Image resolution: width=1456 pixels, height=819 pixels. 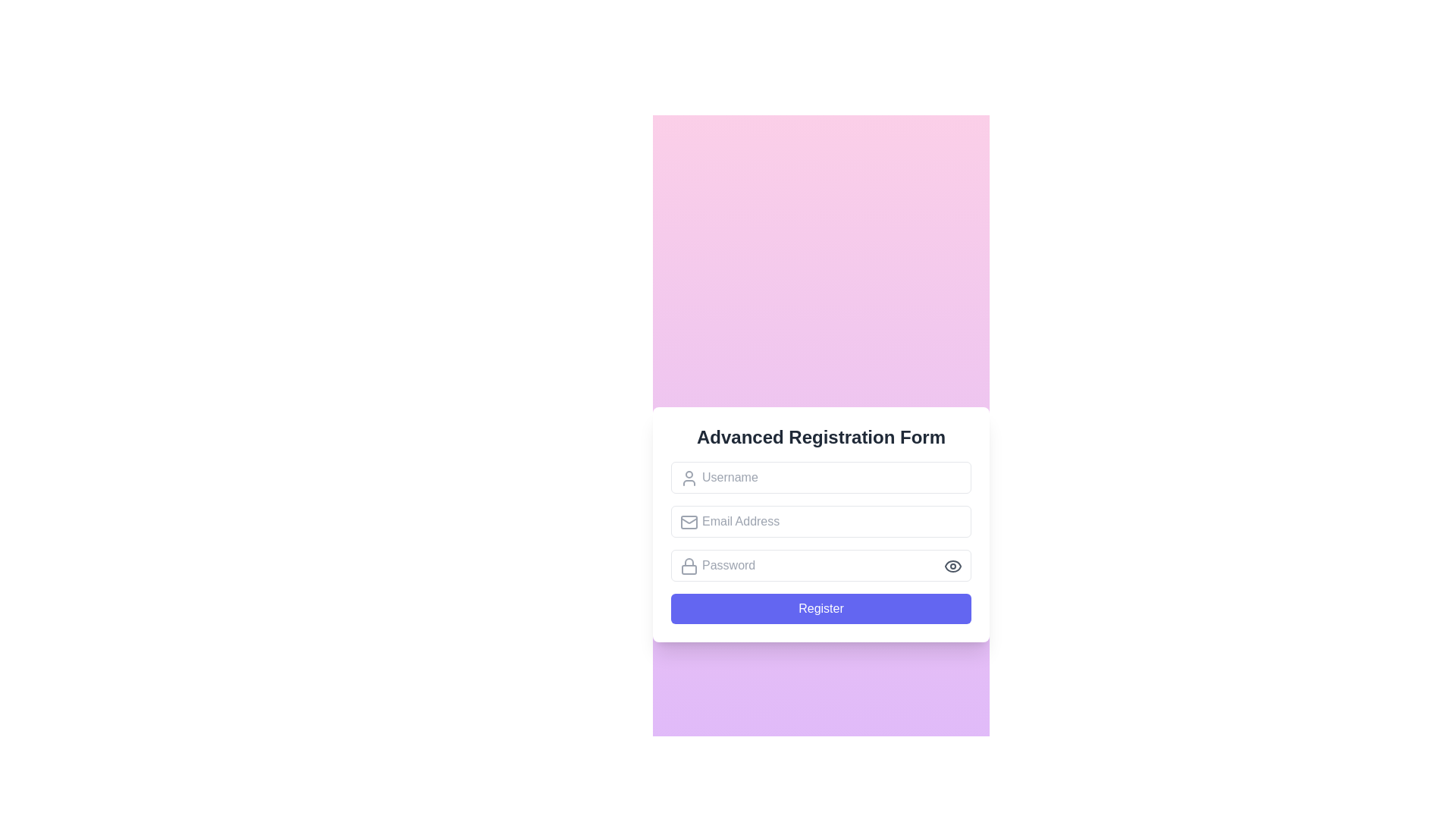 I want to click on the decorative envelope base component of the email icon located inside the email input field, positioned next to the placeholder text 'Email Address', so click(x=688, y=522).